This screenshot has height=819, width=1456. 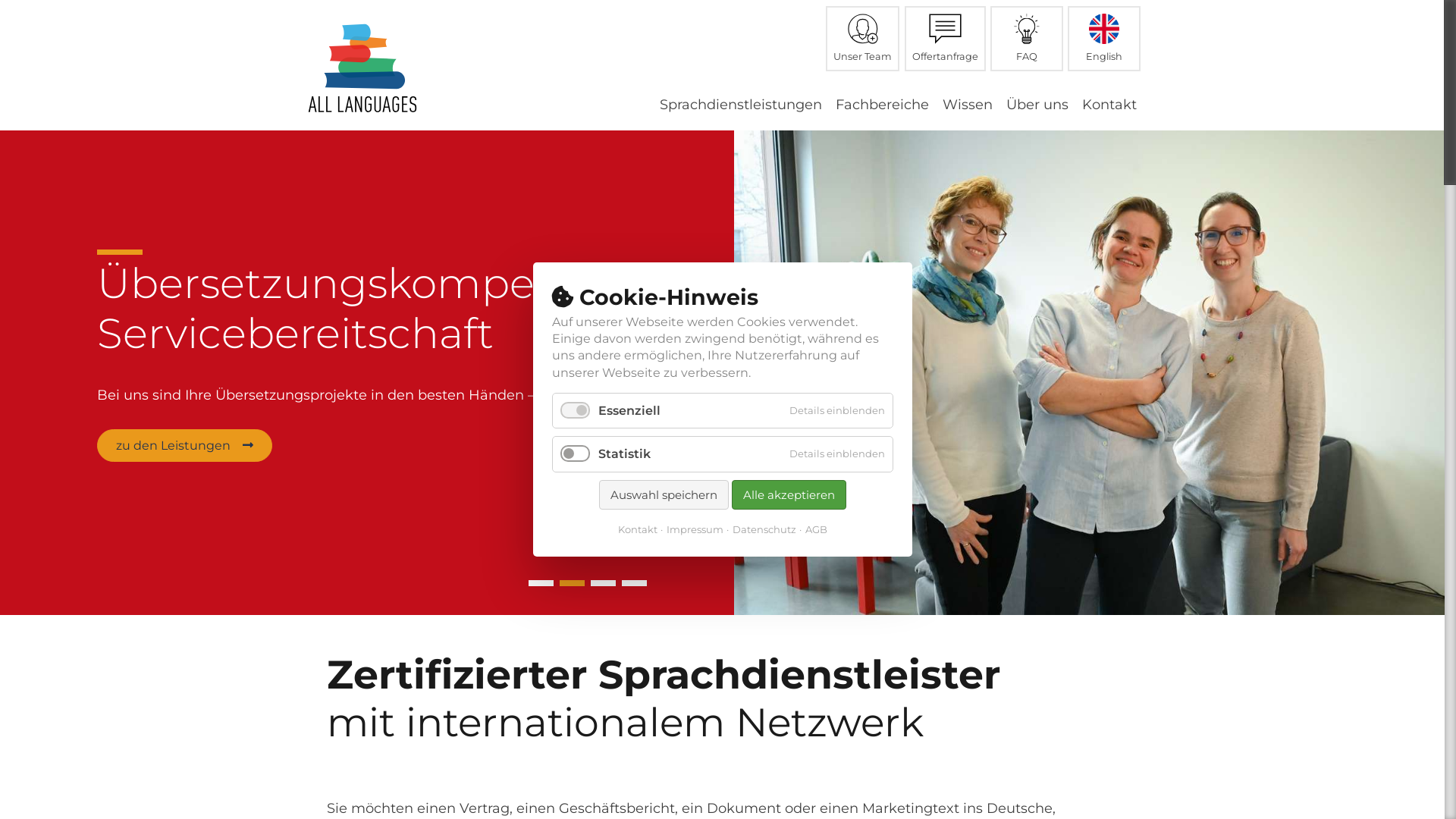 I want to click on 'Details einblenden', so click(x=836, y=410).